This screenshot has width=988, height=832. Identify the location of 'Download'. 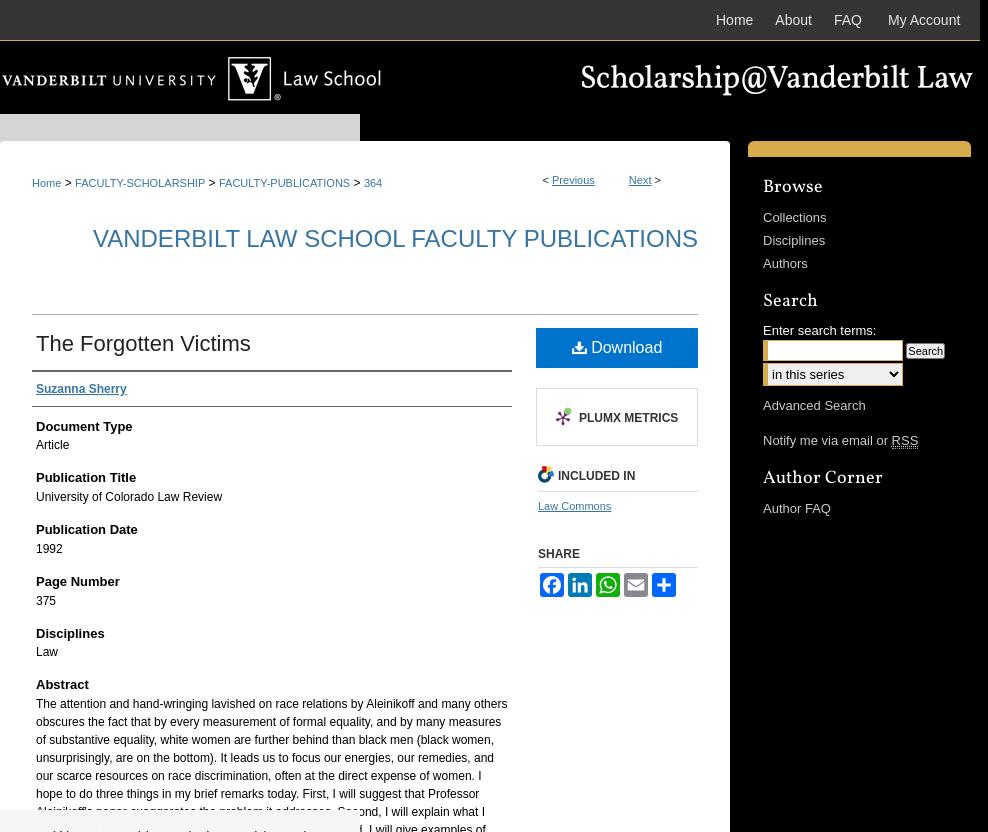
(623, 346).